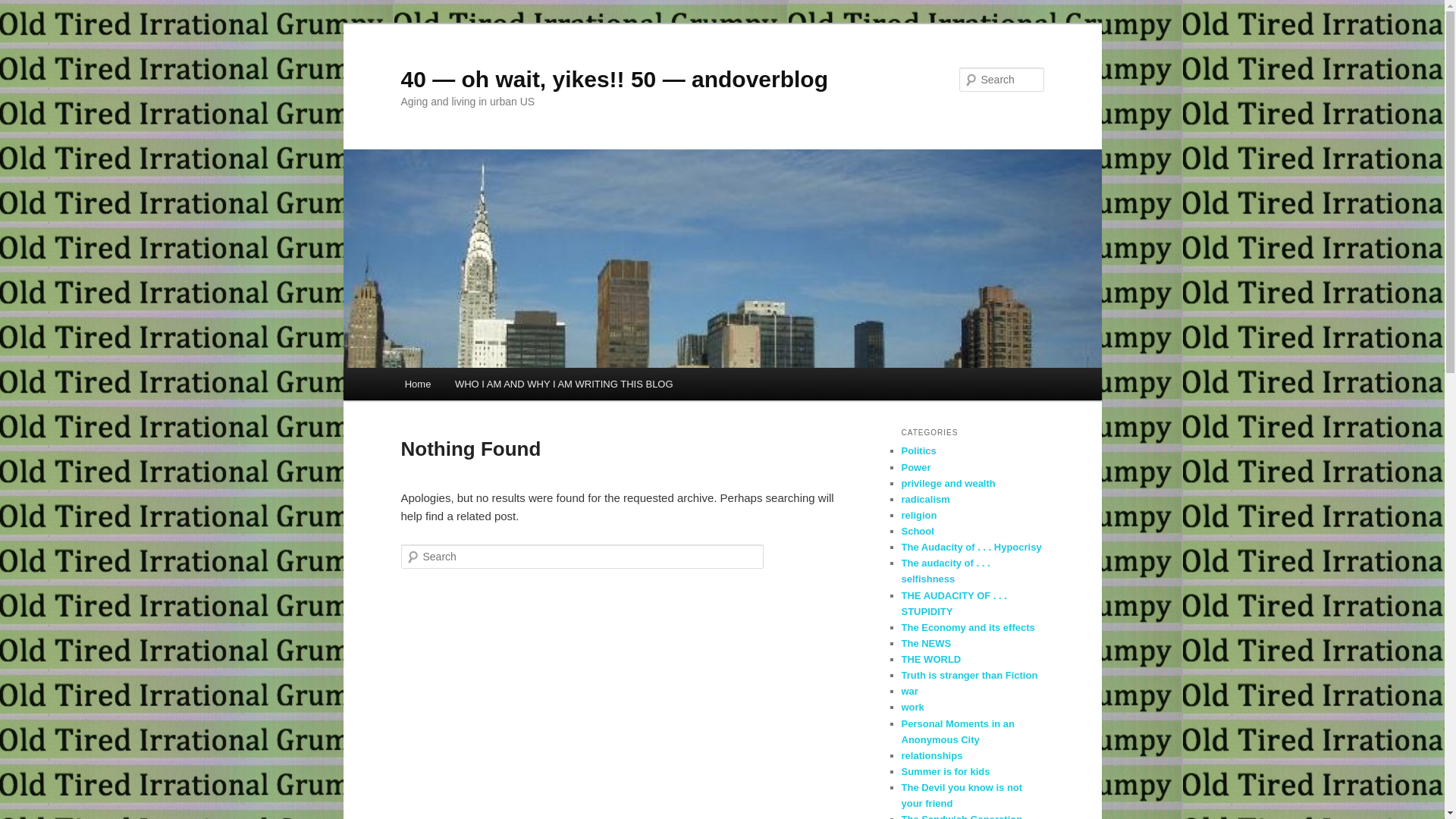  Describe the element at coordinates (944, 771) in the screenshot. I see `'Summer is for kids'` at that location.